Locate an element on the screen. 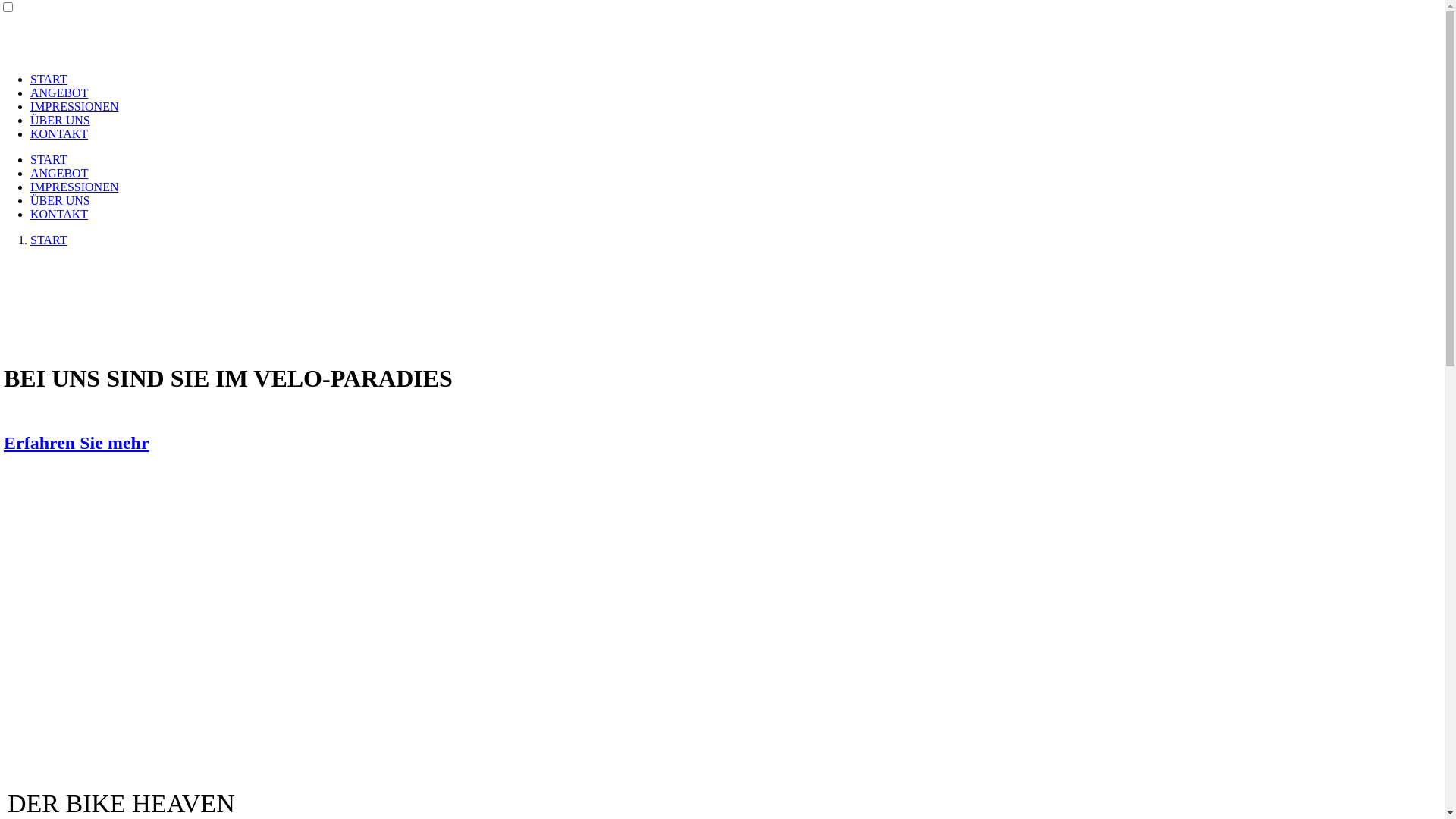 The height and width of the screenshot is (819, 1456). 'START' is located at coordinates (48, 239).